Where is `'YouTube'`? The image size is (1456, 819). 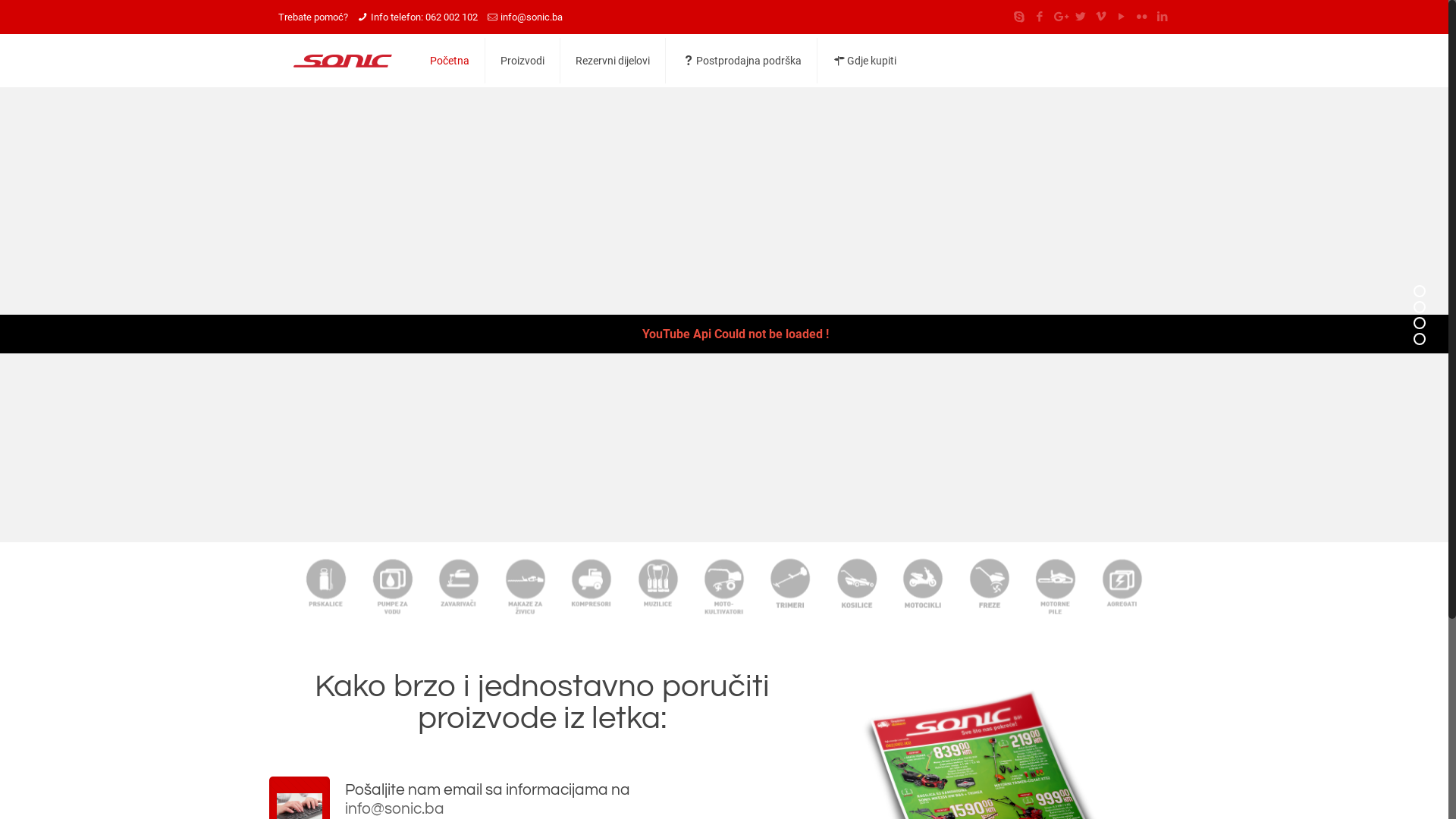 'YouTube' is located at coordinates (1121, 17).